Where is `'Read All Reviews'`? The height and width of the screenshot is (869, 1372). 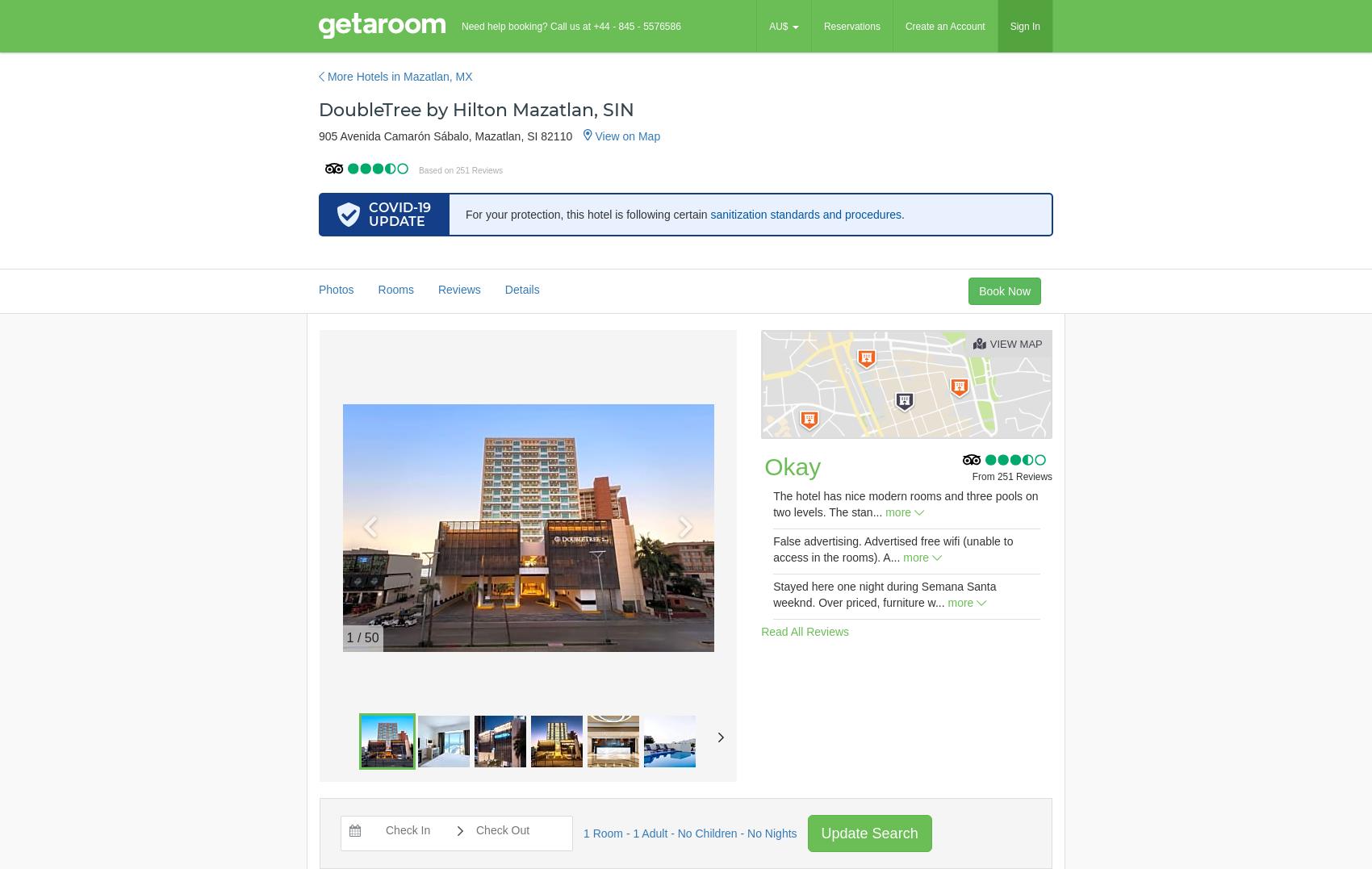 'Read All Reviews' is located at coordinates (804, 630).